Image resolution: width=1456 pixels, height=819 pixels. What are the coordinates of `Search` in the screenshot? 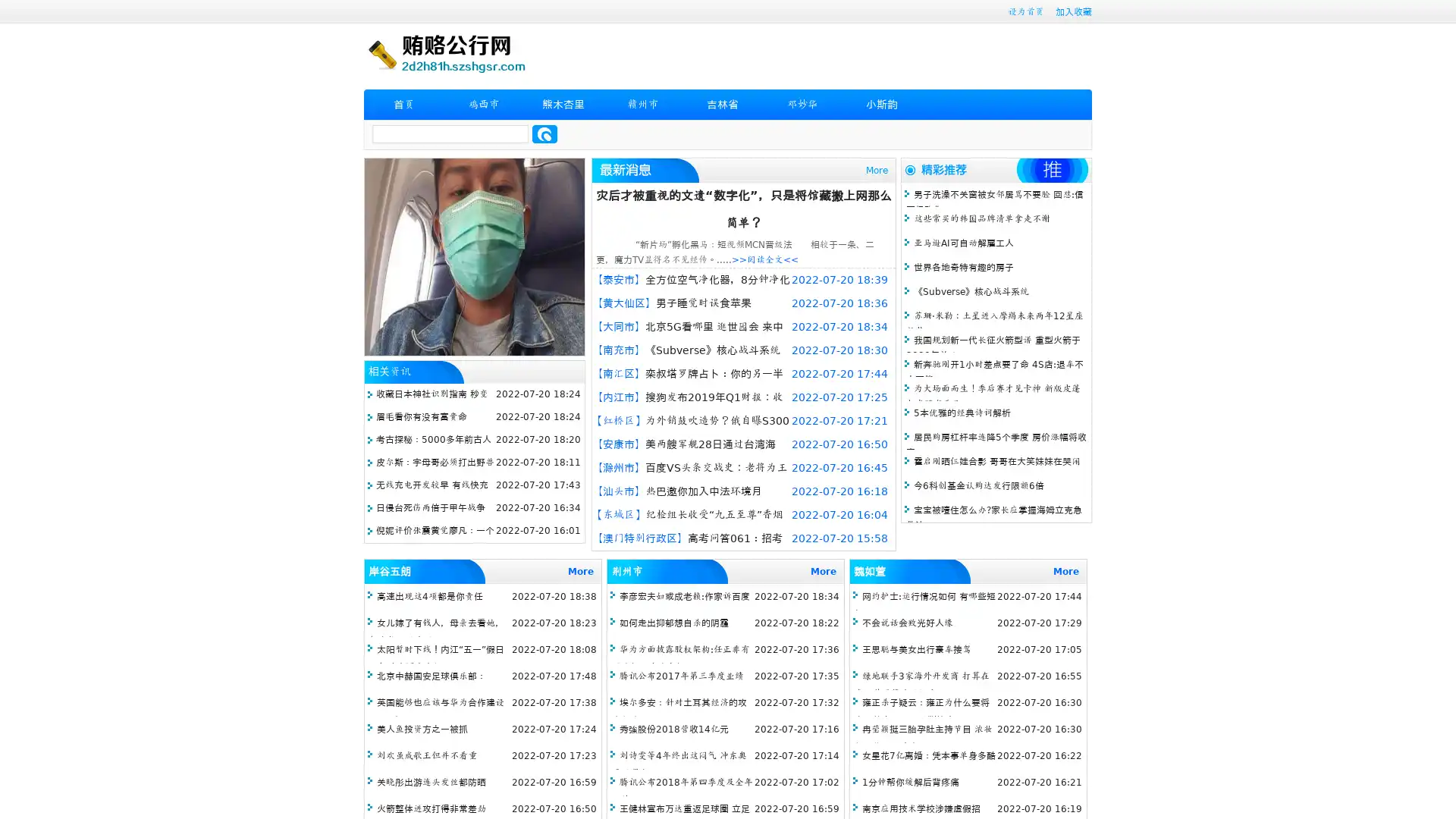 It's located at (544, 133).